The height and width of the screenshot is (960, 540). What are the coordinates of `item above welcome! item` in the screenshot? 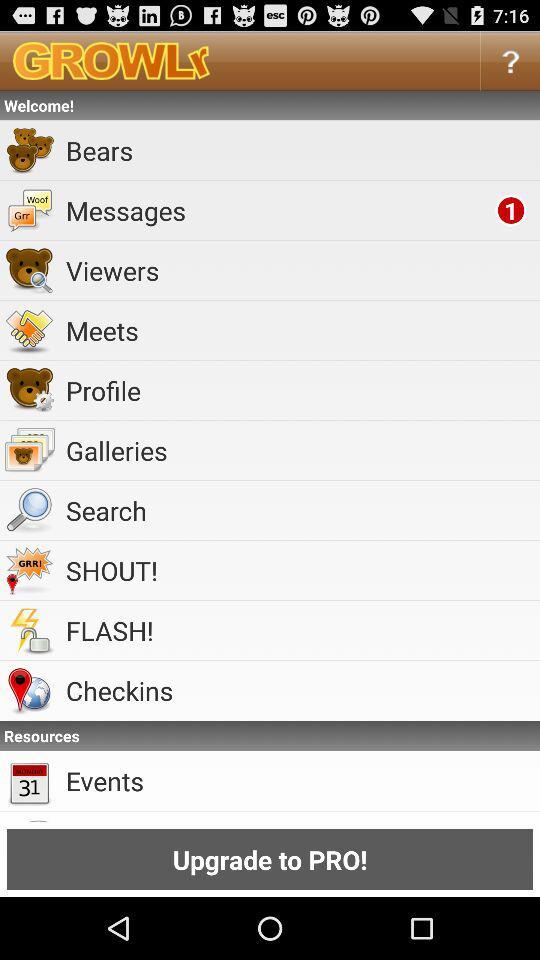 It's located at (510, 61).